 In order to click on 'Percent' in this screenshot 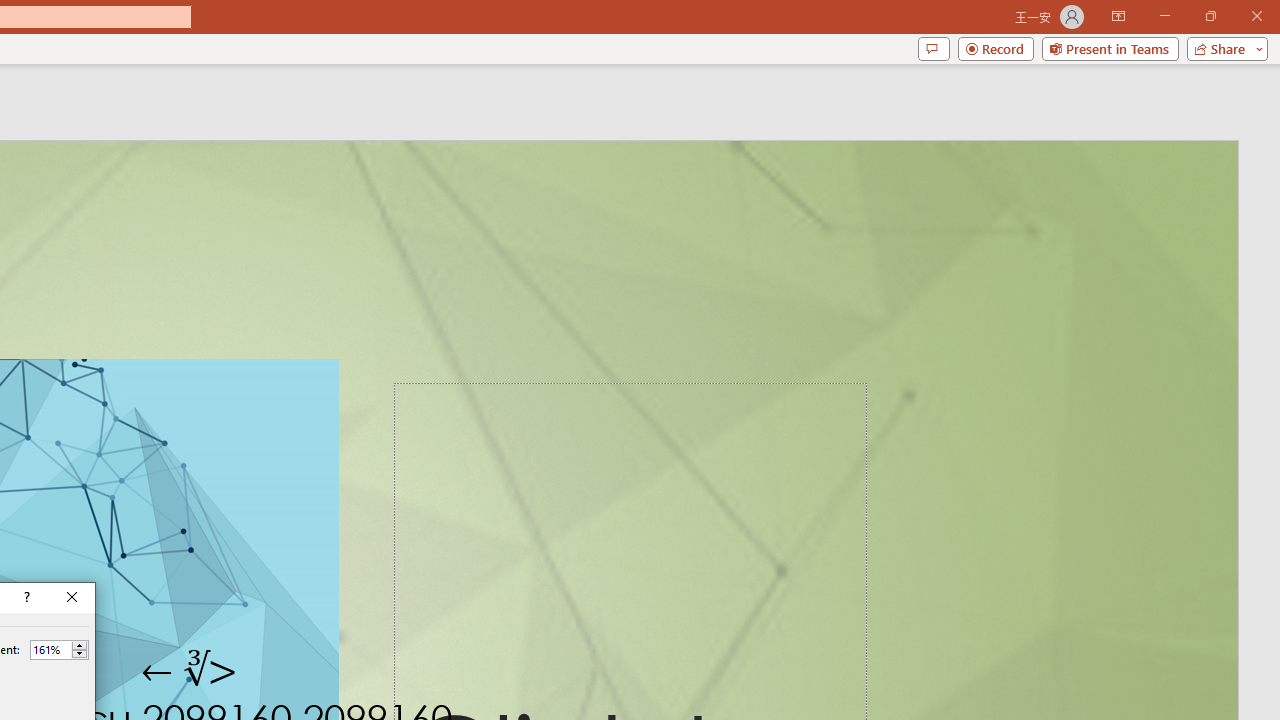, I will do `click(50, 649)`.